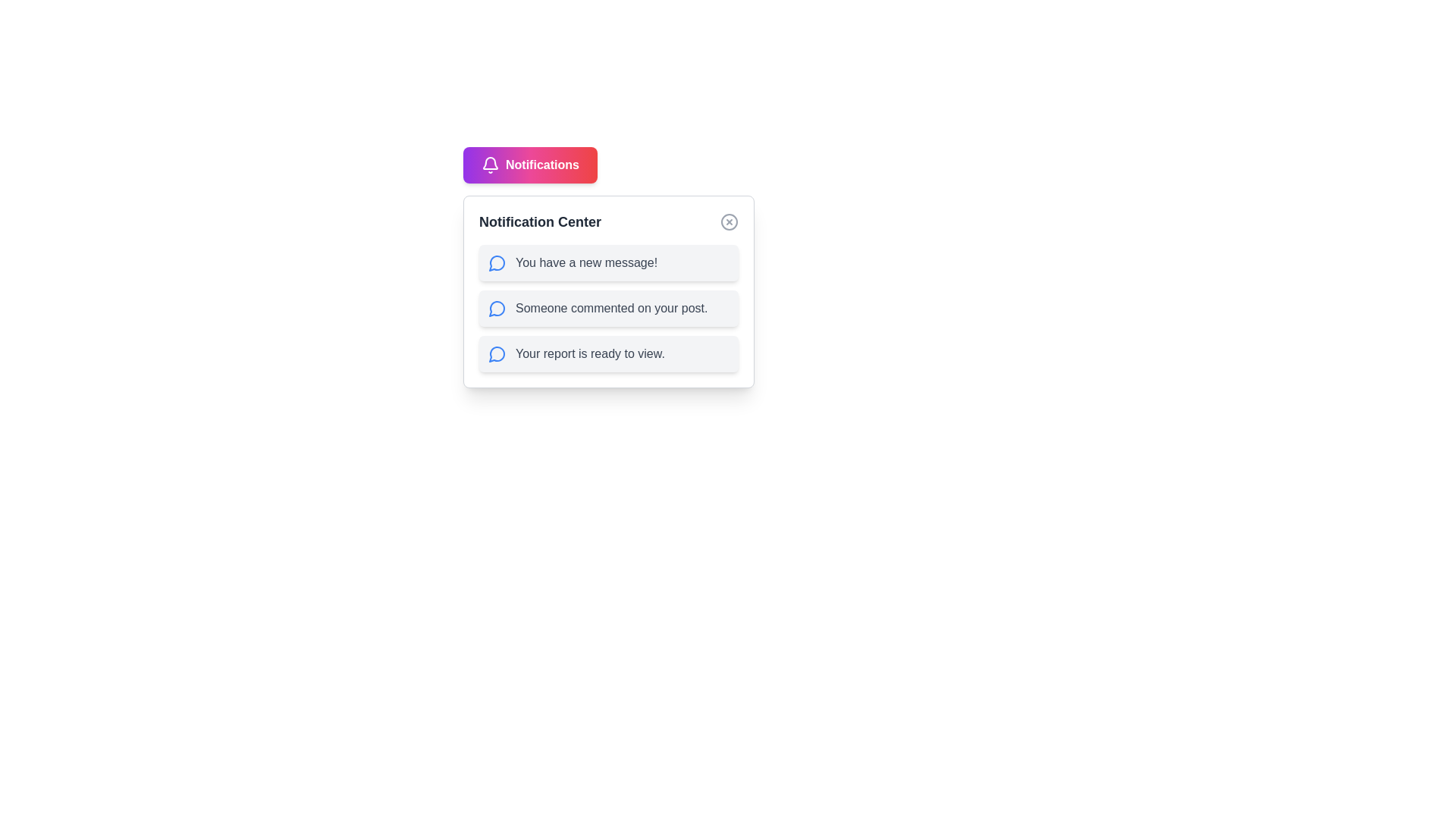 Image resolution: width=1456 pixels, height=819 pixels. I want to click on the message notification icon located on the left side of the notification item that reads 'Your report is ready, so click(497, 353).